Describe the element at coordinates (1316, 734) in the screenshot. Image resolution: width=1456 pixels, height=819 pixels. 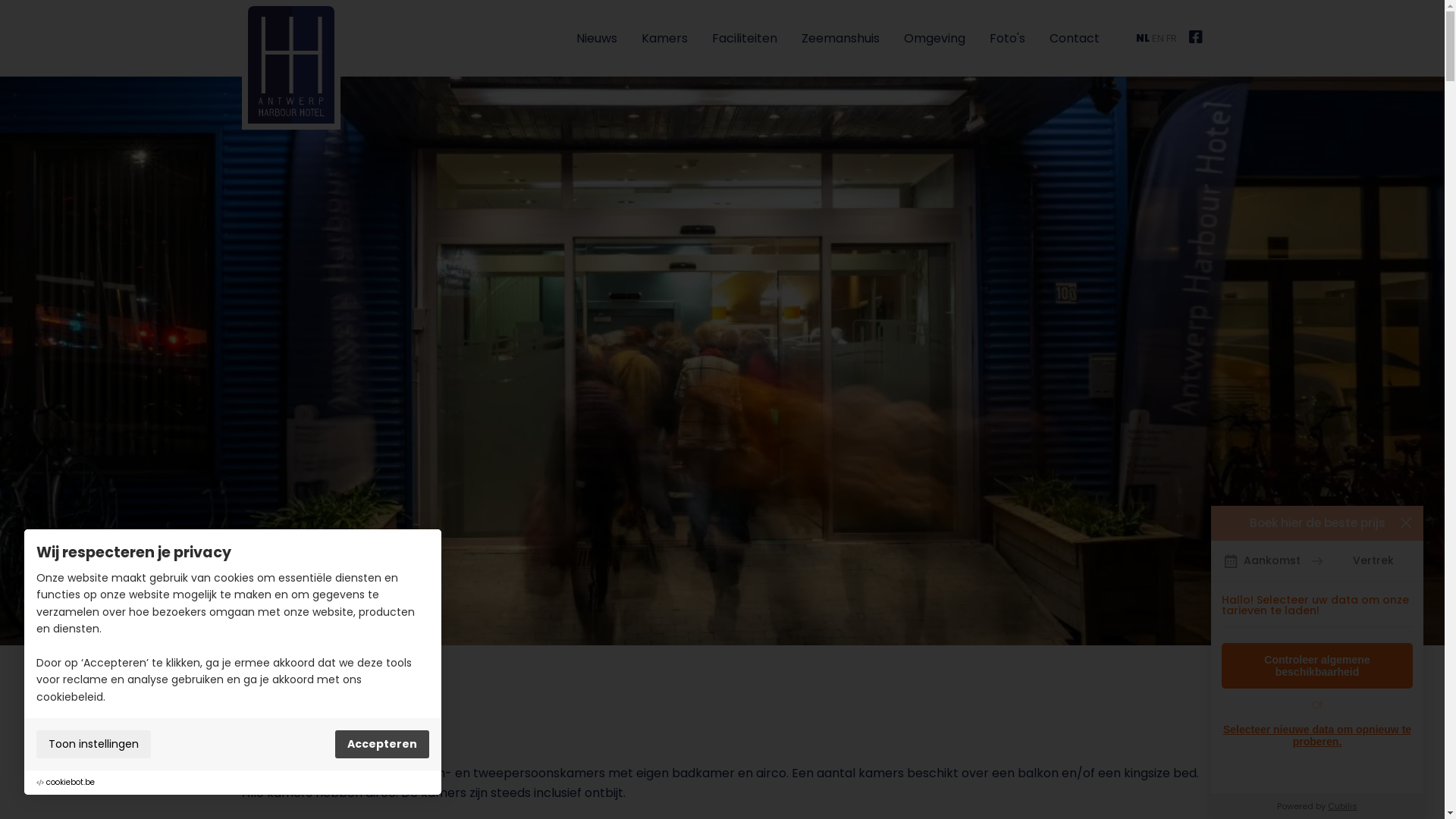
I see `'Selecteer nieuwe data om opnieuw te proberen.'` at that location.